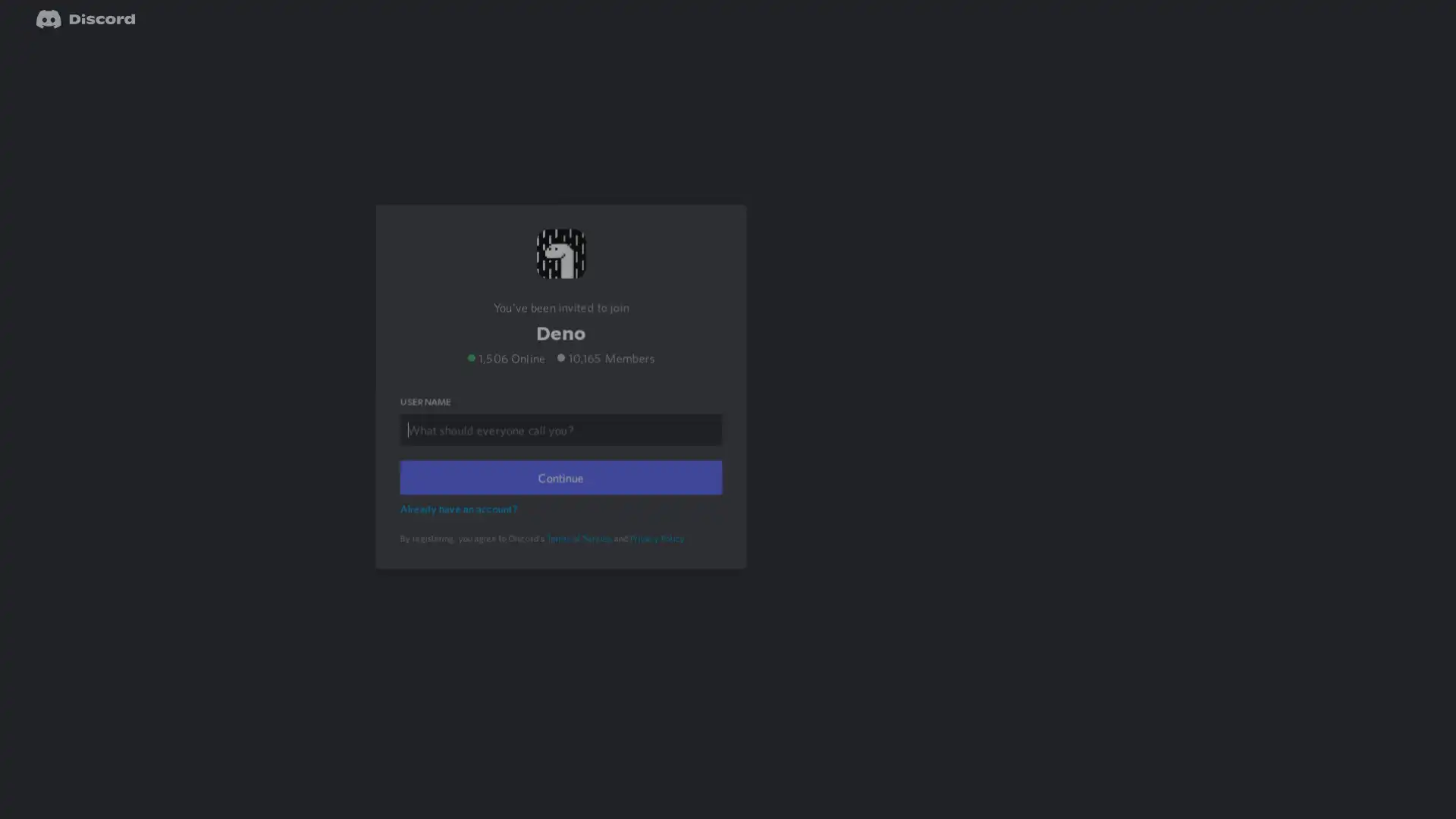 The image size is (1456, 819). Describe the element at coordinates (560, 497) in the screenshot. I see `Continue` at that location.